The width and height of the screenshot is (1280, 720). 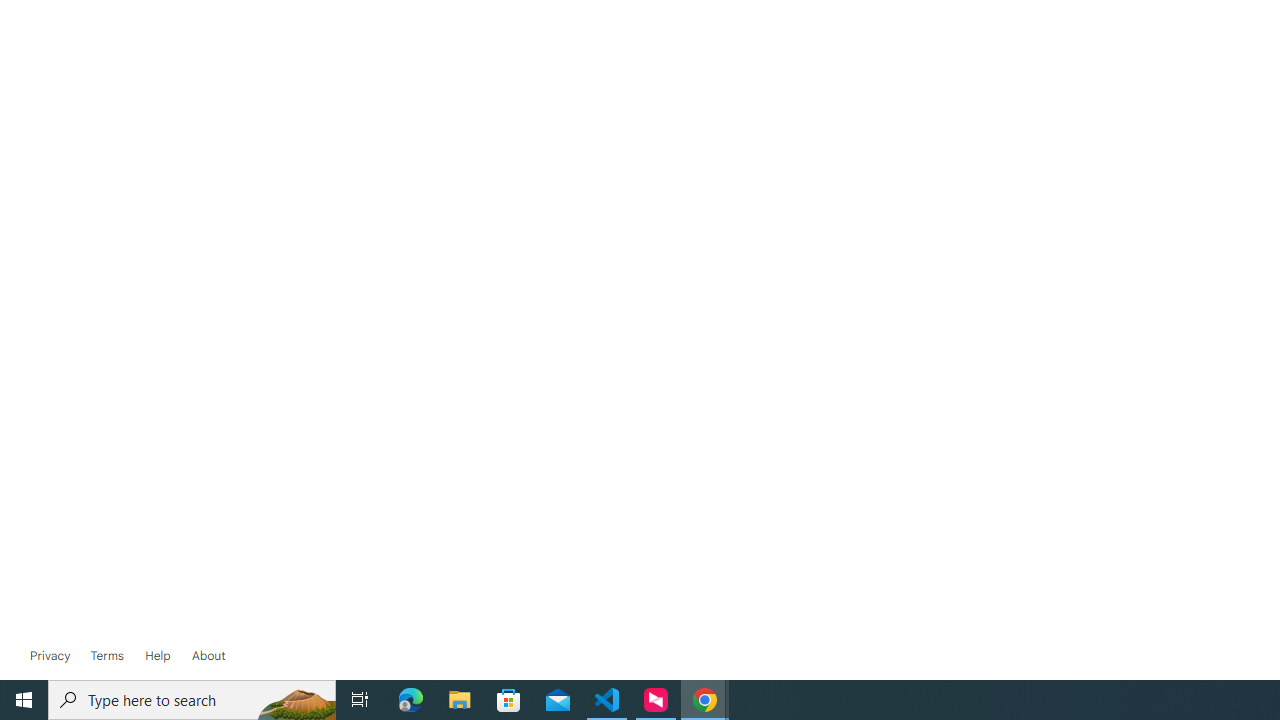 I want to click on 'Terms', so click(x=105, y=655).